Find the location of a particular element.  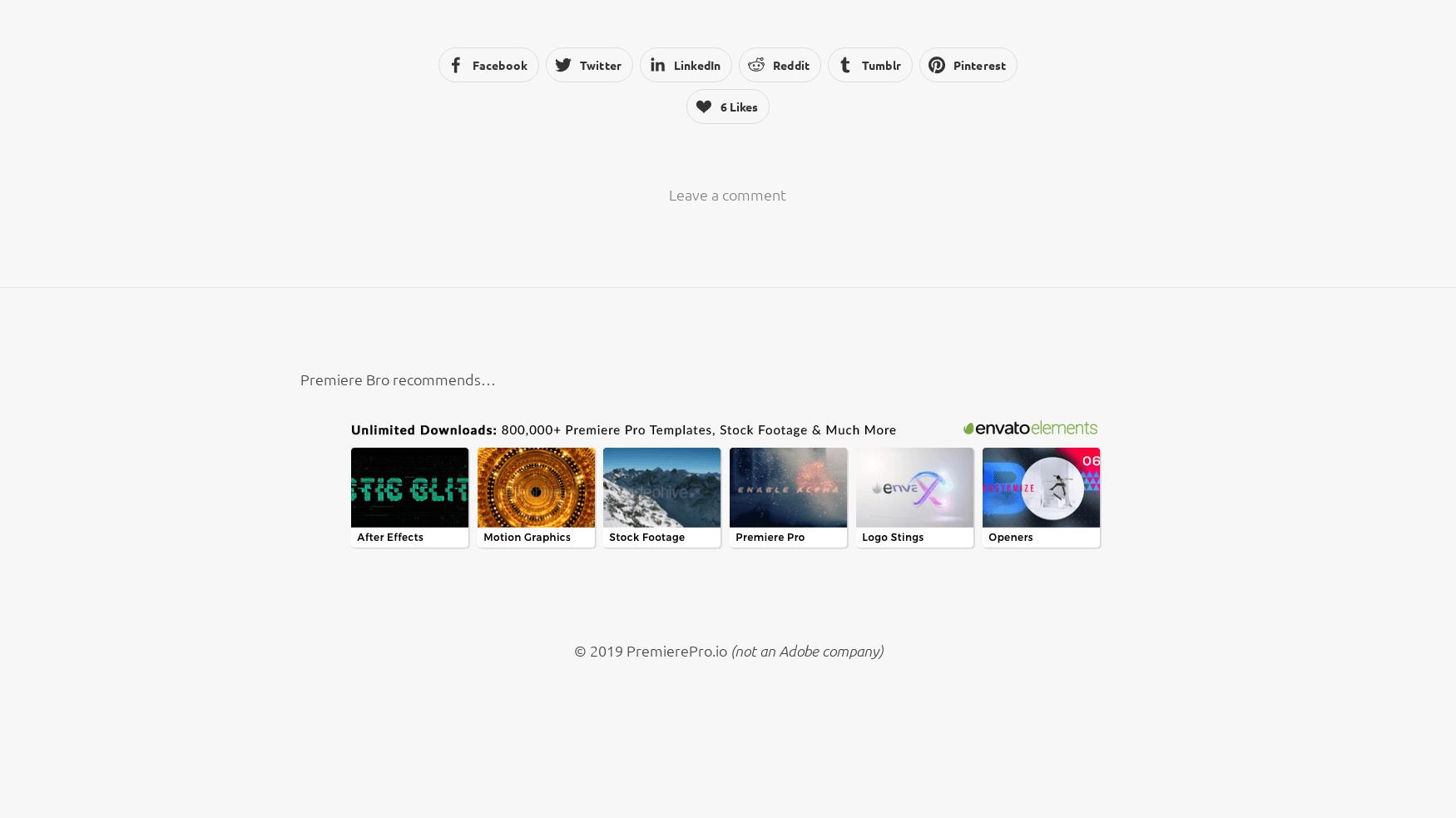

'Tumblr' is located at coordinates (879, 63).